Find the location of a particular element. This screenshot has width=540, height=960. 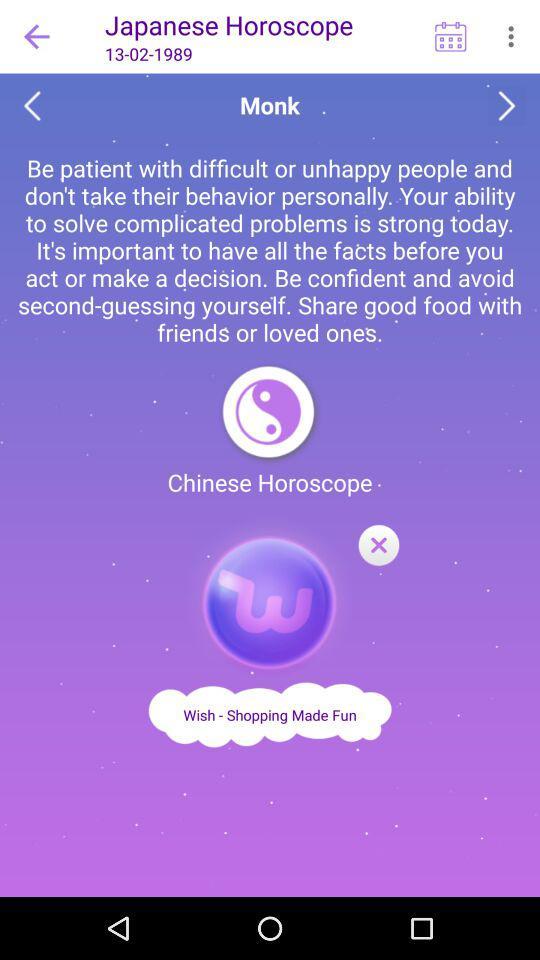

advertisement is located at coordinates (270, 714).